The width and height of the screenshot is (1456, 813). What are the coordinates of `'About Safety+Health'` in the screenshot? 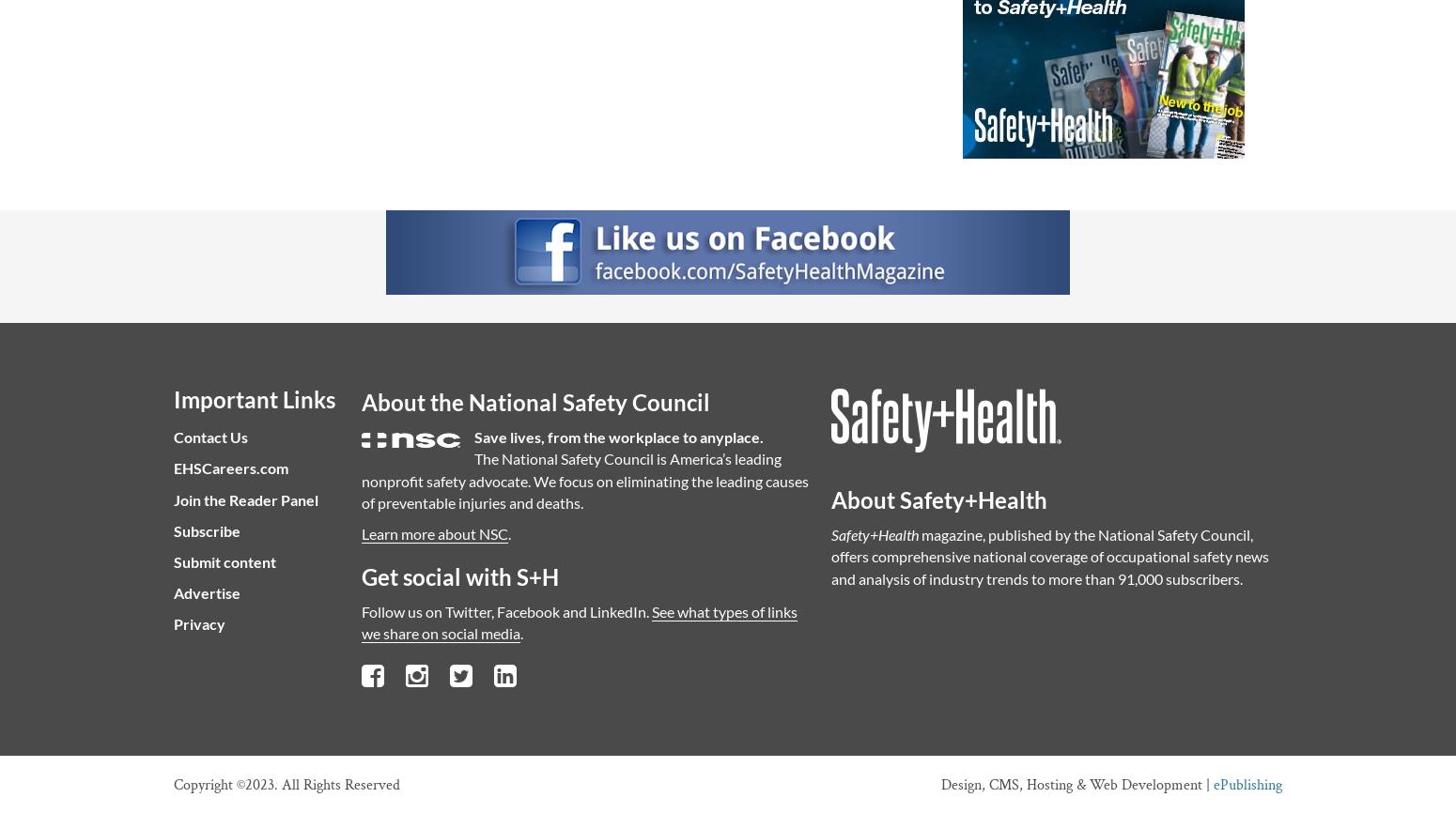 It's located at (831, 499).